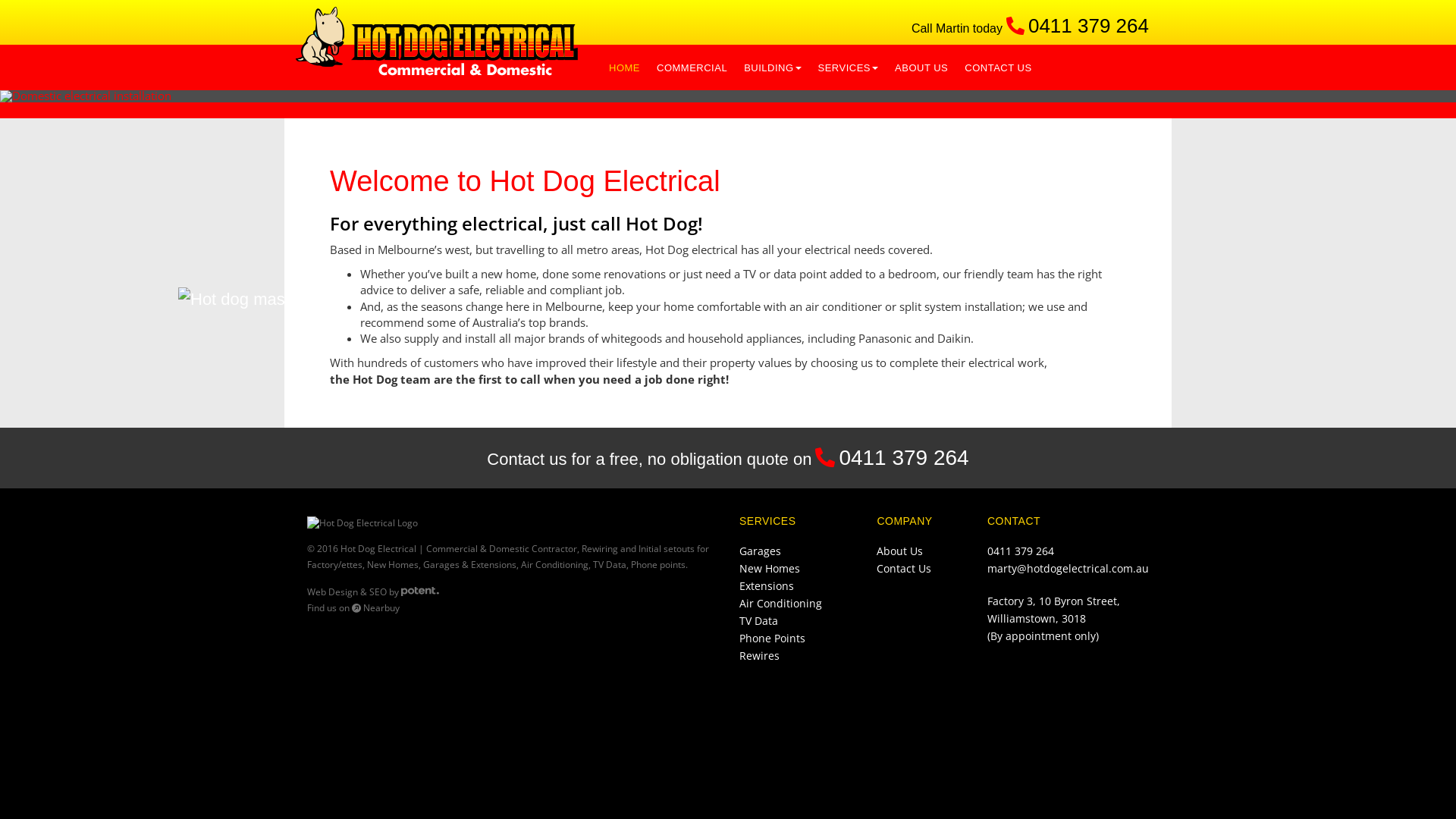 This screenshot has width=1456, height=819. Describe the element at coordinates (624, 66) in the screenshot. I see `'HOME'` at that location.